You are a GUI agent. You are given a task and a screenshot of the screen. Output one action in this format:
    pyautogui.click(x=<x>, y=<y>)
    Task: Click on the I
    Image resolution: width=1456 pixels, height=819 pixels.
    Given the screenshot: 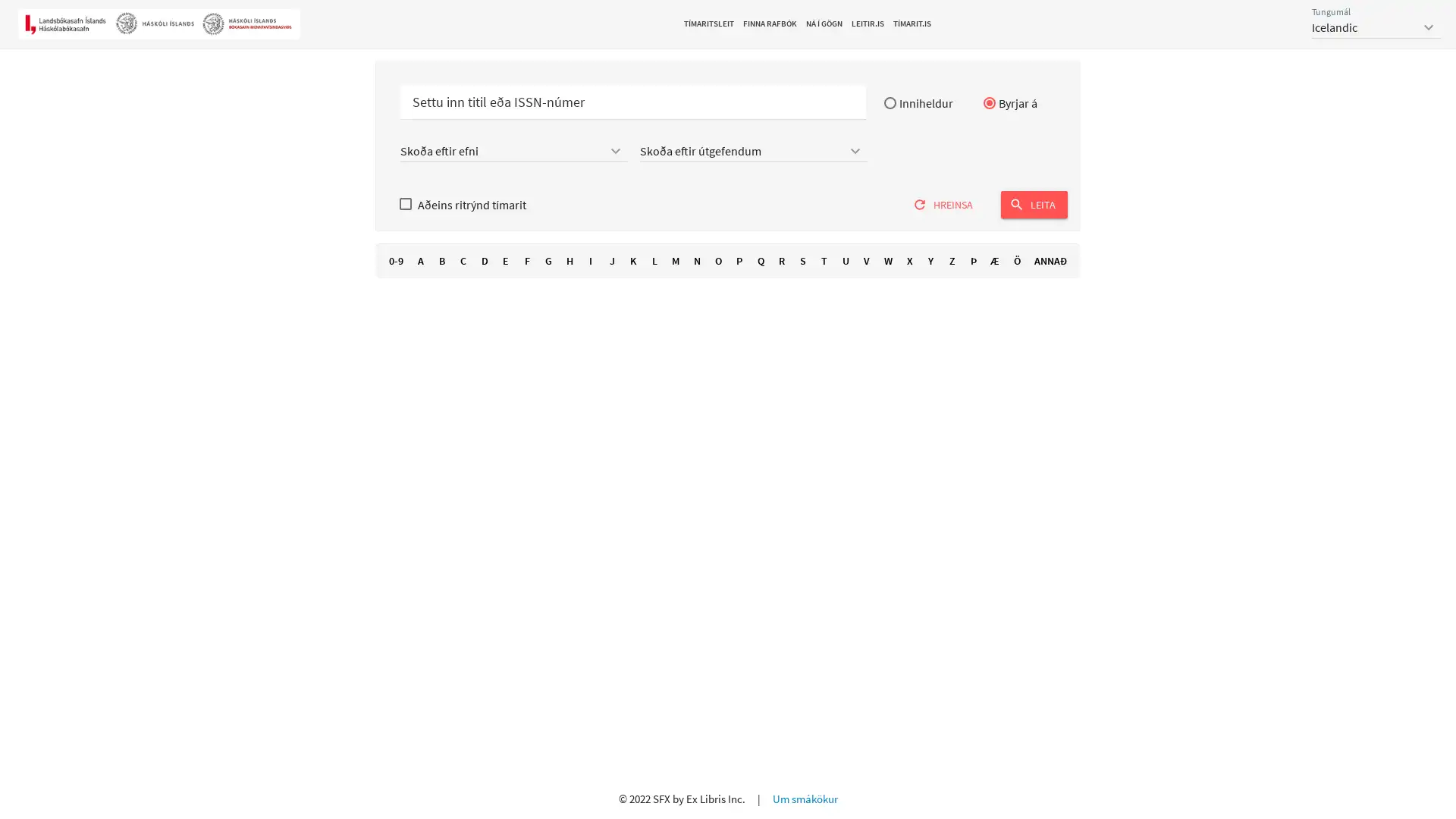 What is the action you would take?
    pyautogui.click(x=589, y=259)
    